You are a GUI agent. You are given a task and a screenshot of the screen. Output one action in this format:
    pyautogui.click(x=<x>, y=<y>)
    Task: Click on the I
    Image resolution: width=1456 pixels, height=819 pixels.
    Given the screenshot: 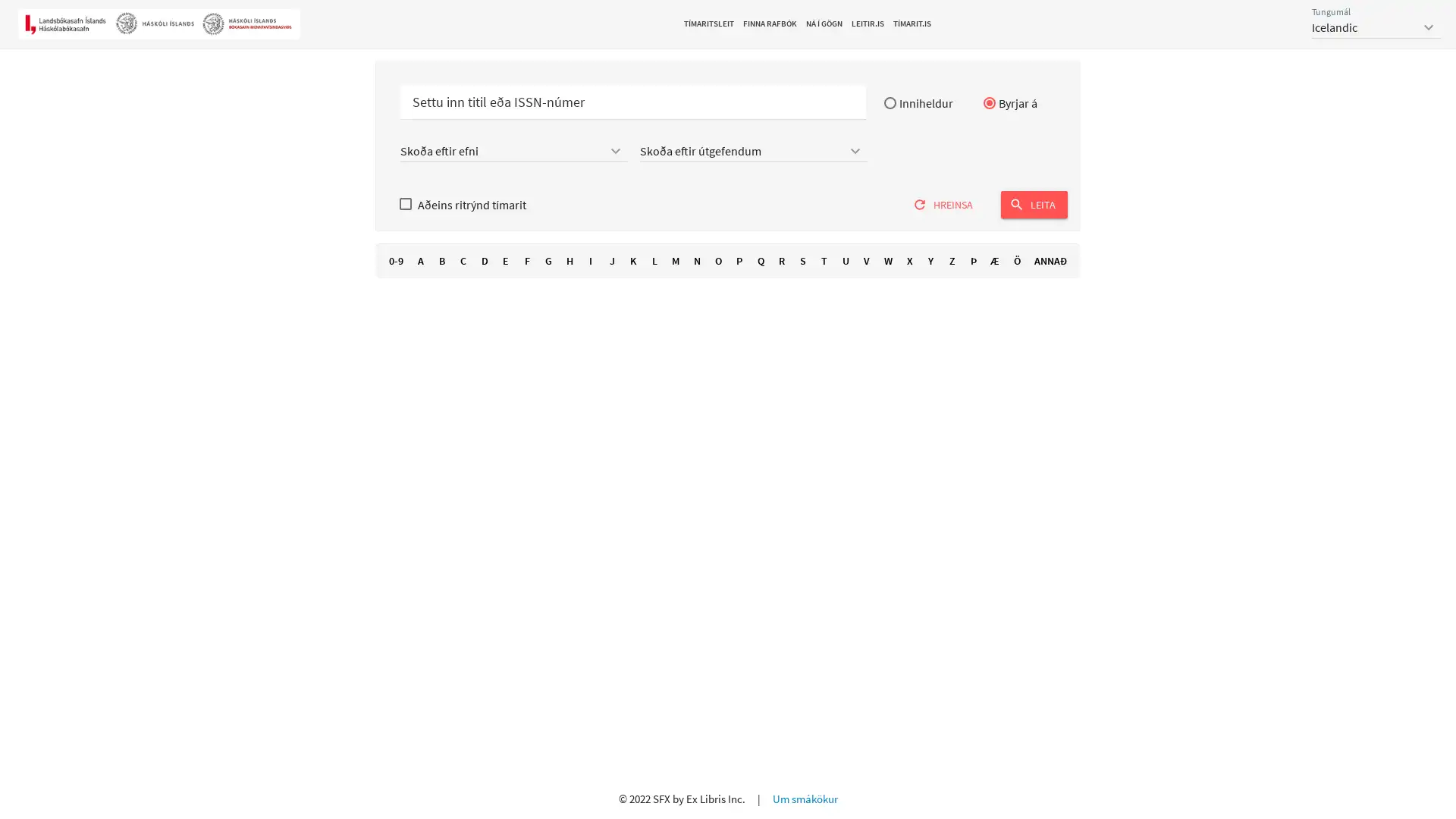 What is the action you would take?
    pyautogui.click(x=589, y=259)
    